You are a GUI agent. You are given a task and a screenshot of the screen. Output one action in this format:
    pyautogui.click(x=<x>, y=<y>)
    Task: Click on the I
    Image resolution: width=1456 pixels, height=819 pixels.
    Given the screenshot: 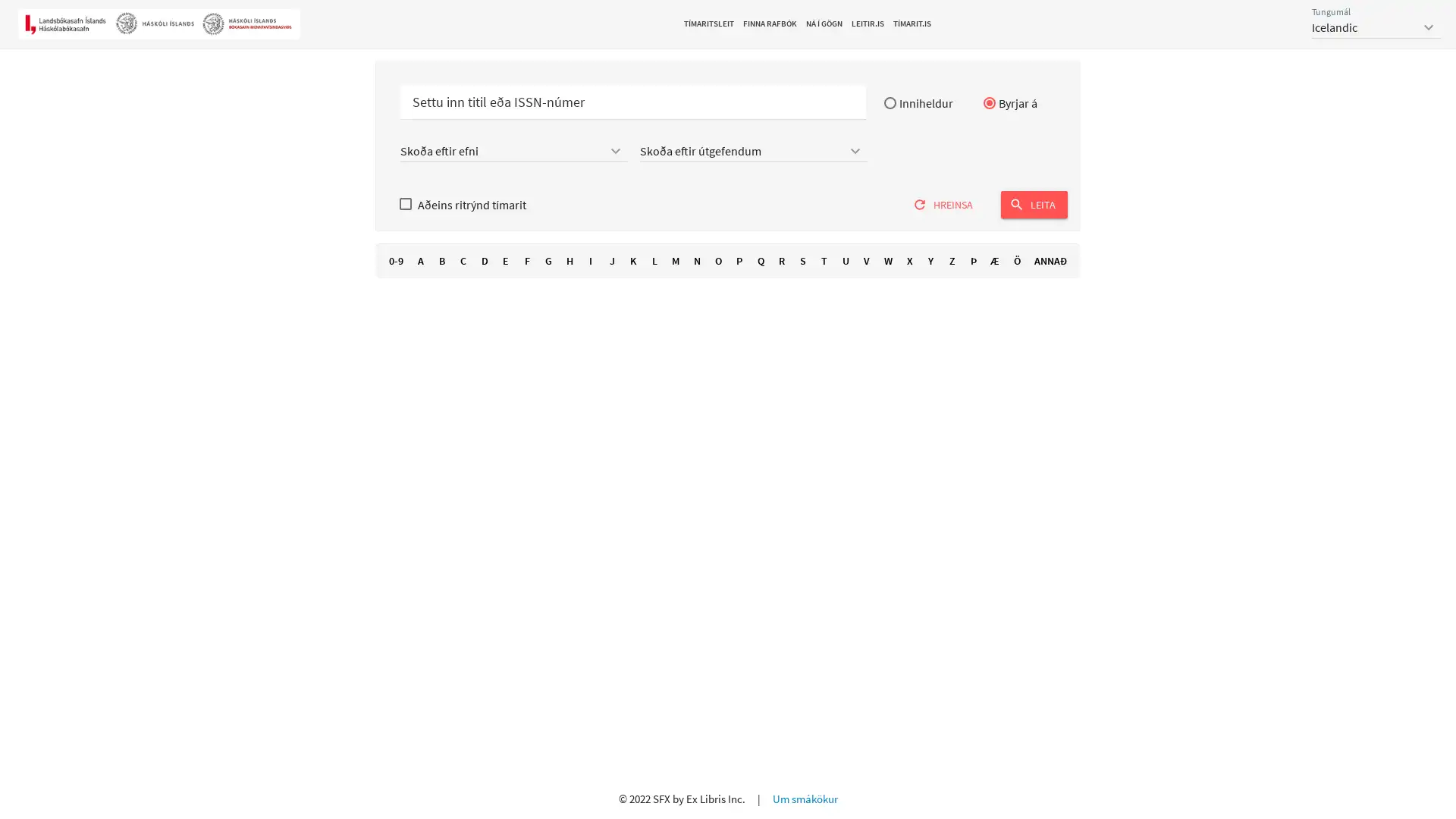 What is the action you would take?
    pyautogui.click(x=589, y=259)
    